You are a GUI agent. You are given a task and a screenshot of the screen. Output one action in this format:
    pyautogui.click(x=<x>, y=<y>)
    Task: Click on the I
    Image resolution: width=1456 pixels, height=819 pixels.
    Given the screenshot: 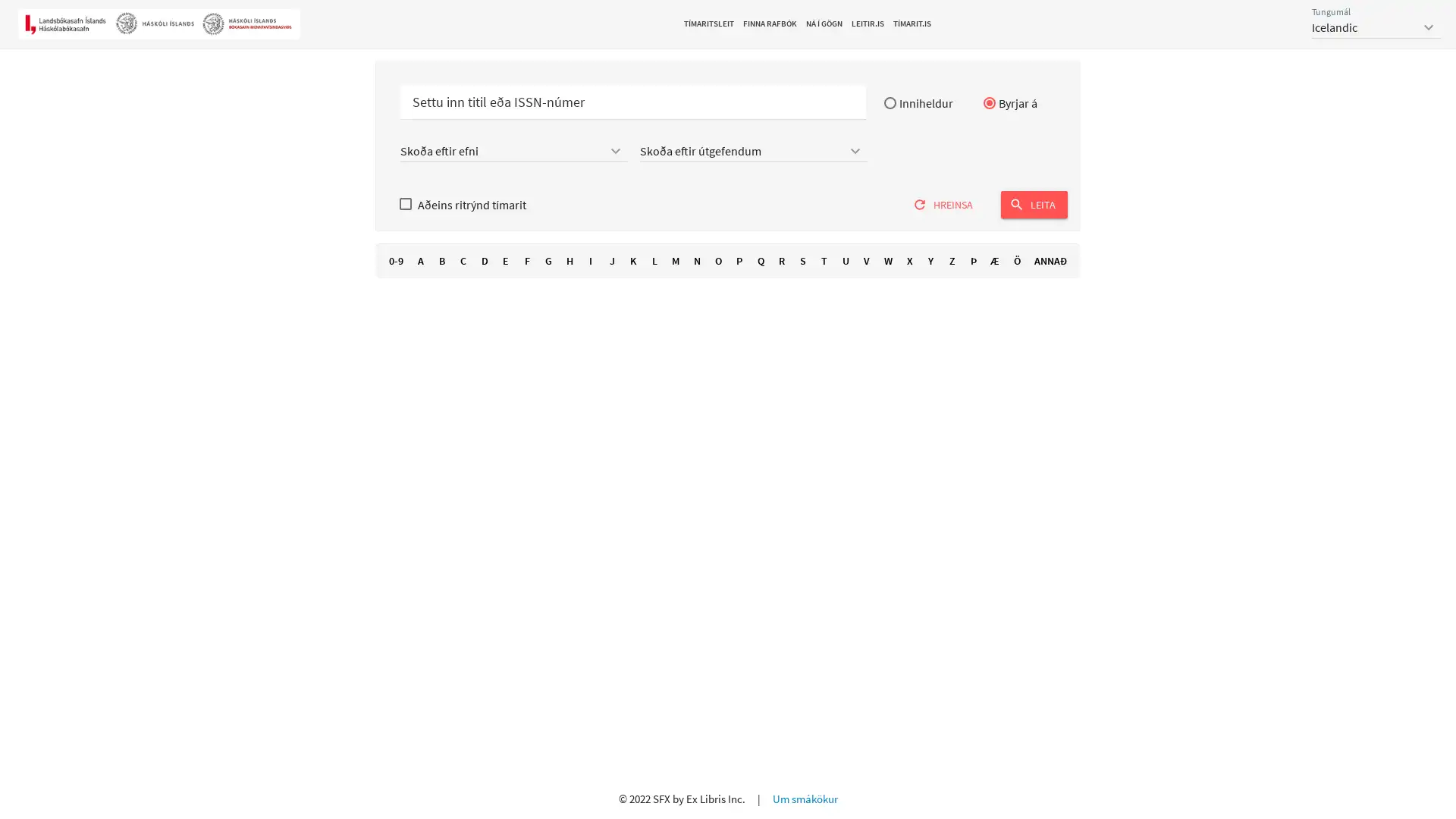 What is the action you would take?
    pyautogui.click(x=589, y=259)
    